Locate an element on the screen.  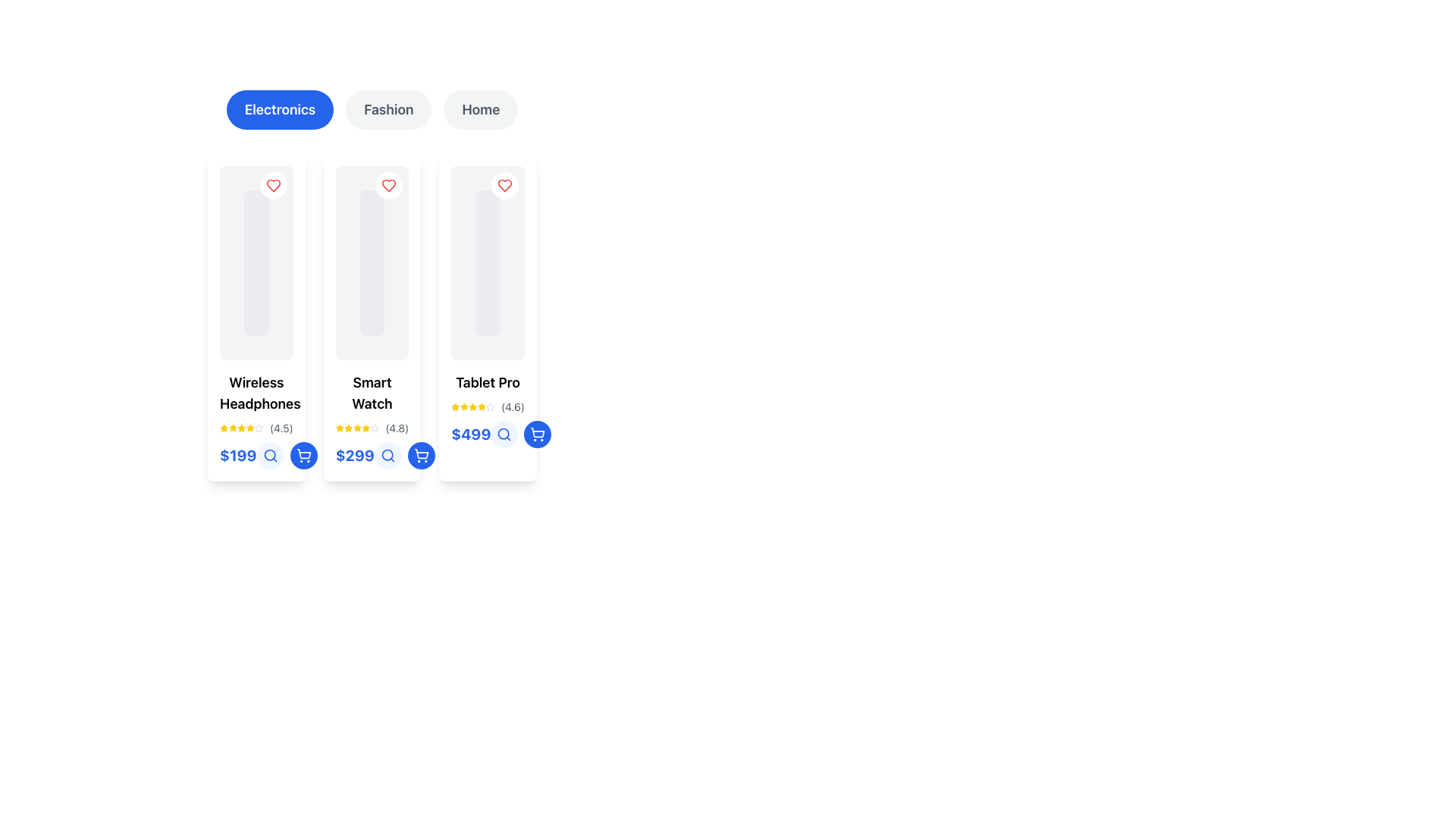
the 'Home' button, which is the third button from the left in a group of three buttons at the top of the interface is located at coordinates (480, 109).